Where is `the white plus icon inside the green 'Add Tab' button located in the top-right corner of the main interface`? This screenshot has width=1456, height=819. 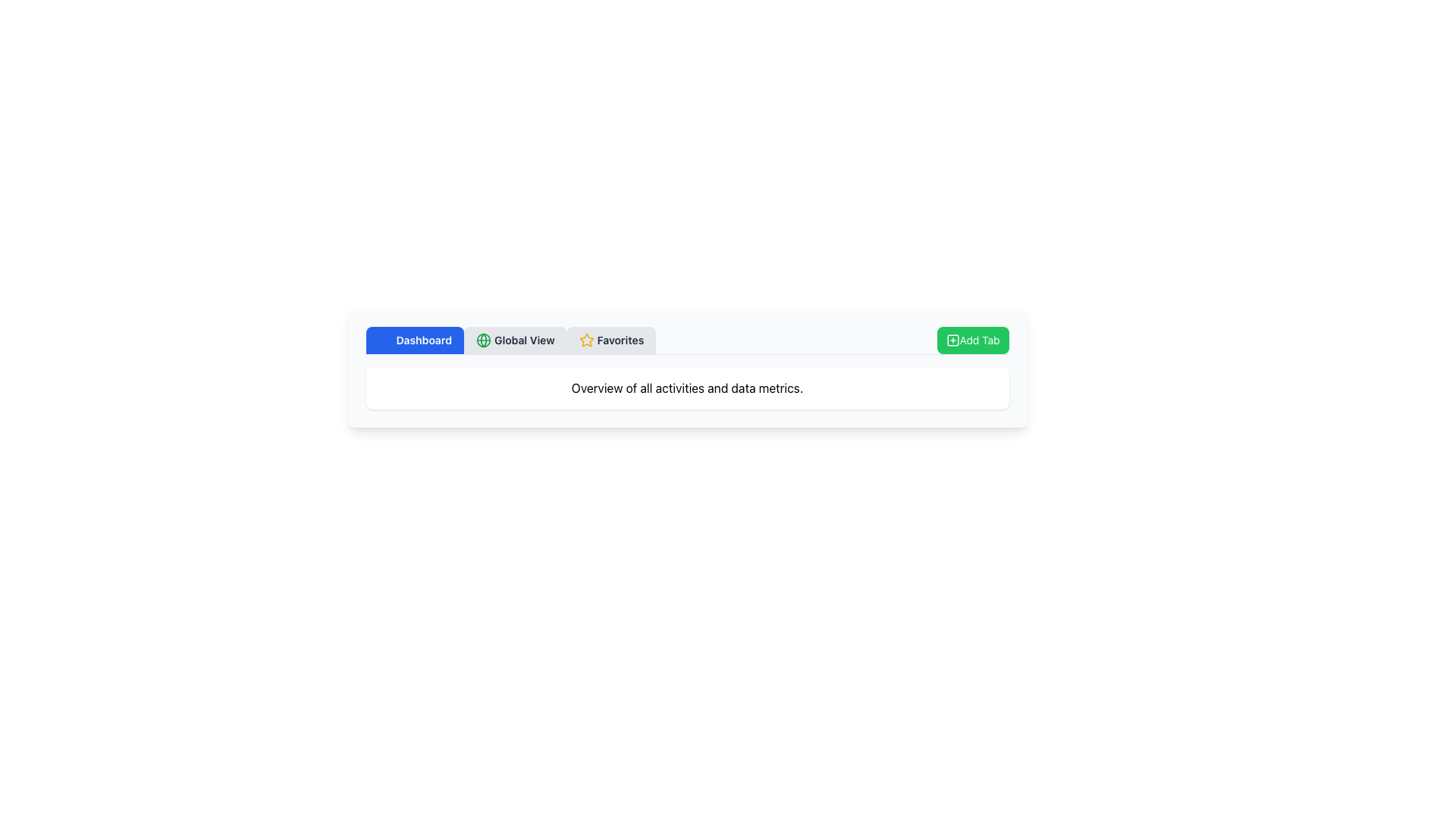 the white plus icon inside the green 'Add Tab' button located in the top-right corner of the main interface is located at coordinates (952, 339).